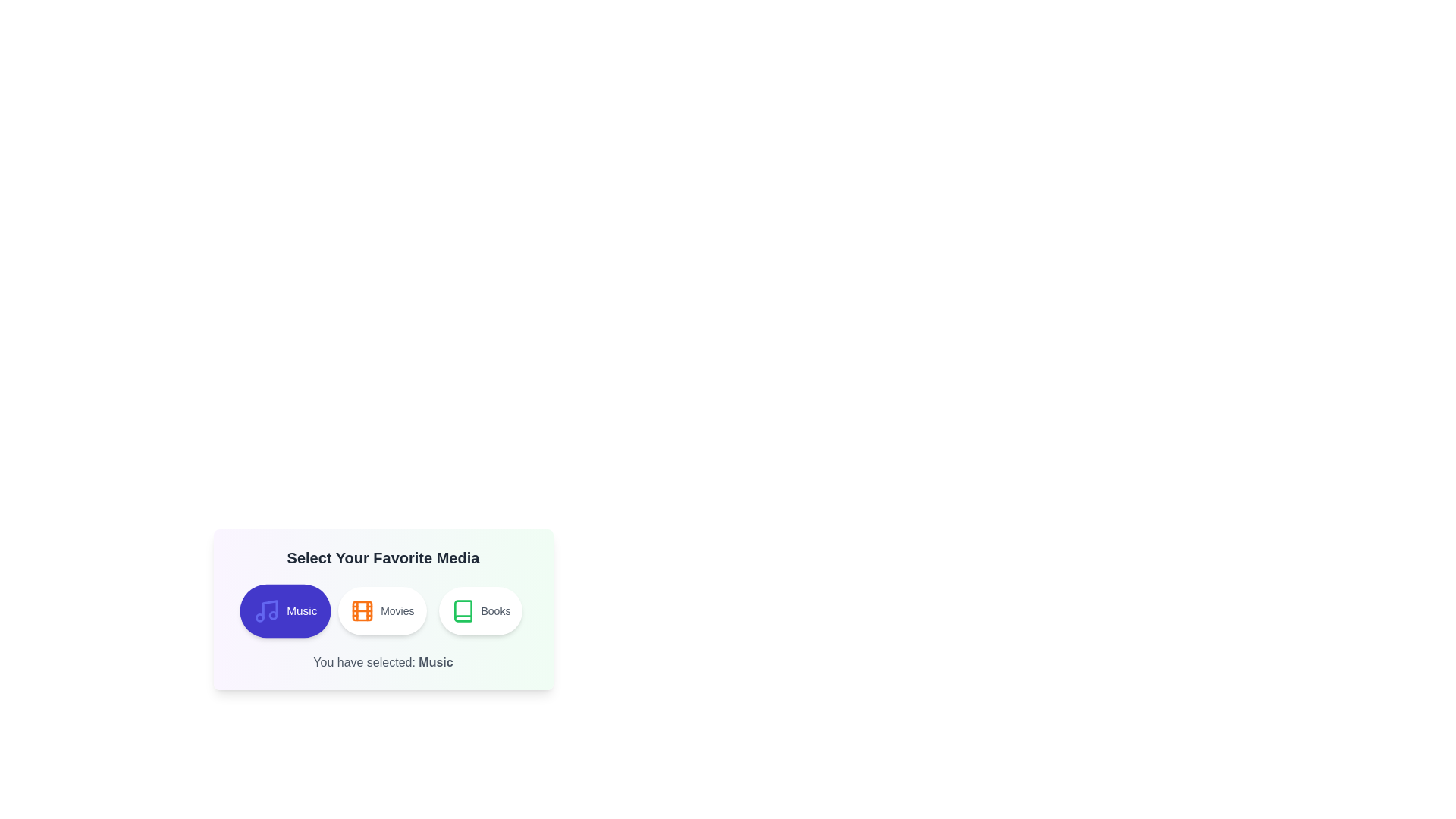 The height and width of the screenshot is (819, 1456). What do you see at coordinates (284, 610) in the screenshot?
I see `the media button labeled Music to observe its hover effect` at bounding box center [284, 610].